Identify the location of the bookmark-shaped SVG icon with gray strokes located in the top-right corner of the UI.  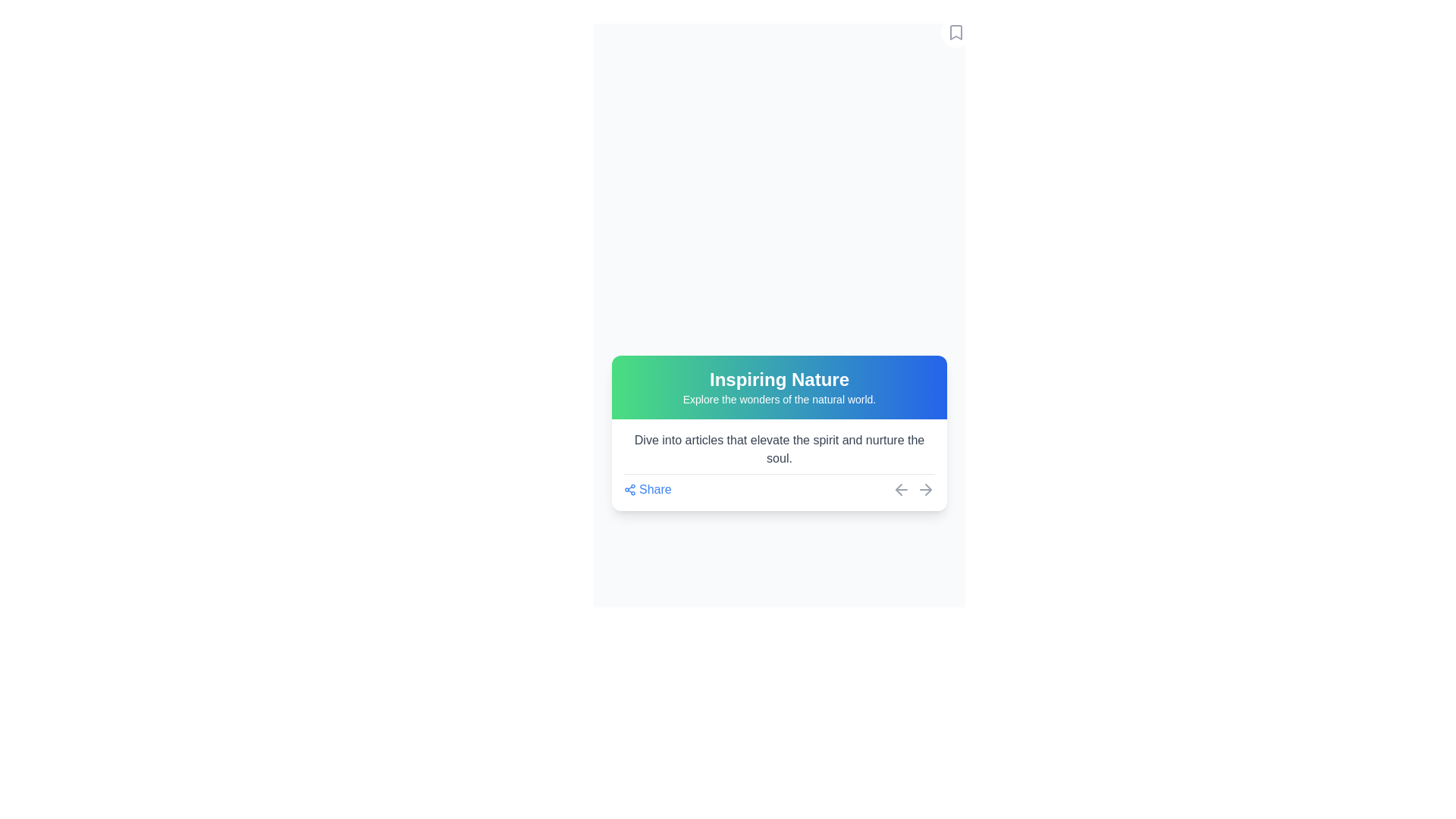
(955, 32).